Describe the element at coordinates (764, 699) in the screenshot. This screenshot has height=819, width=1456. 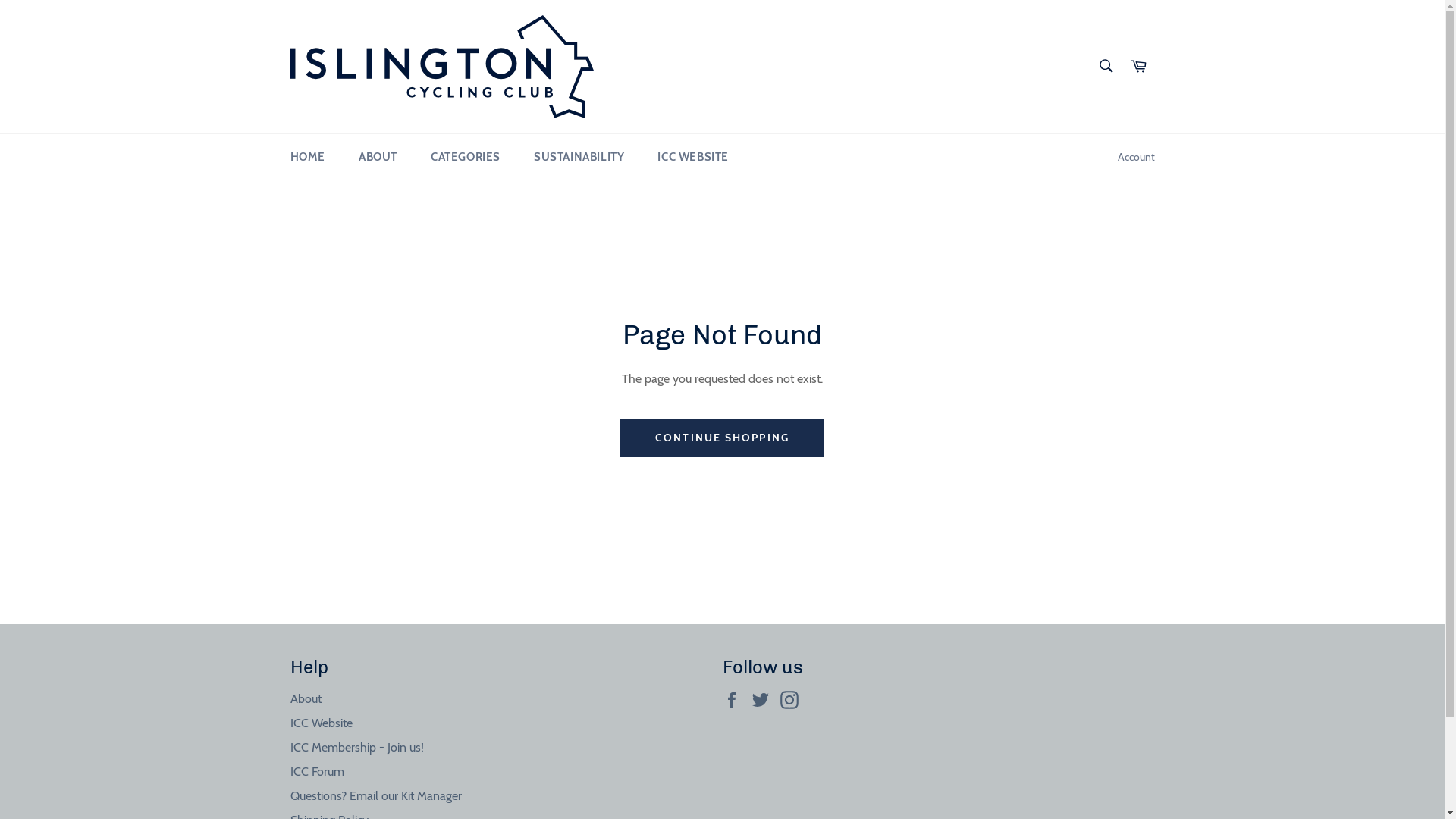
I see `'Twitter'` at that location.